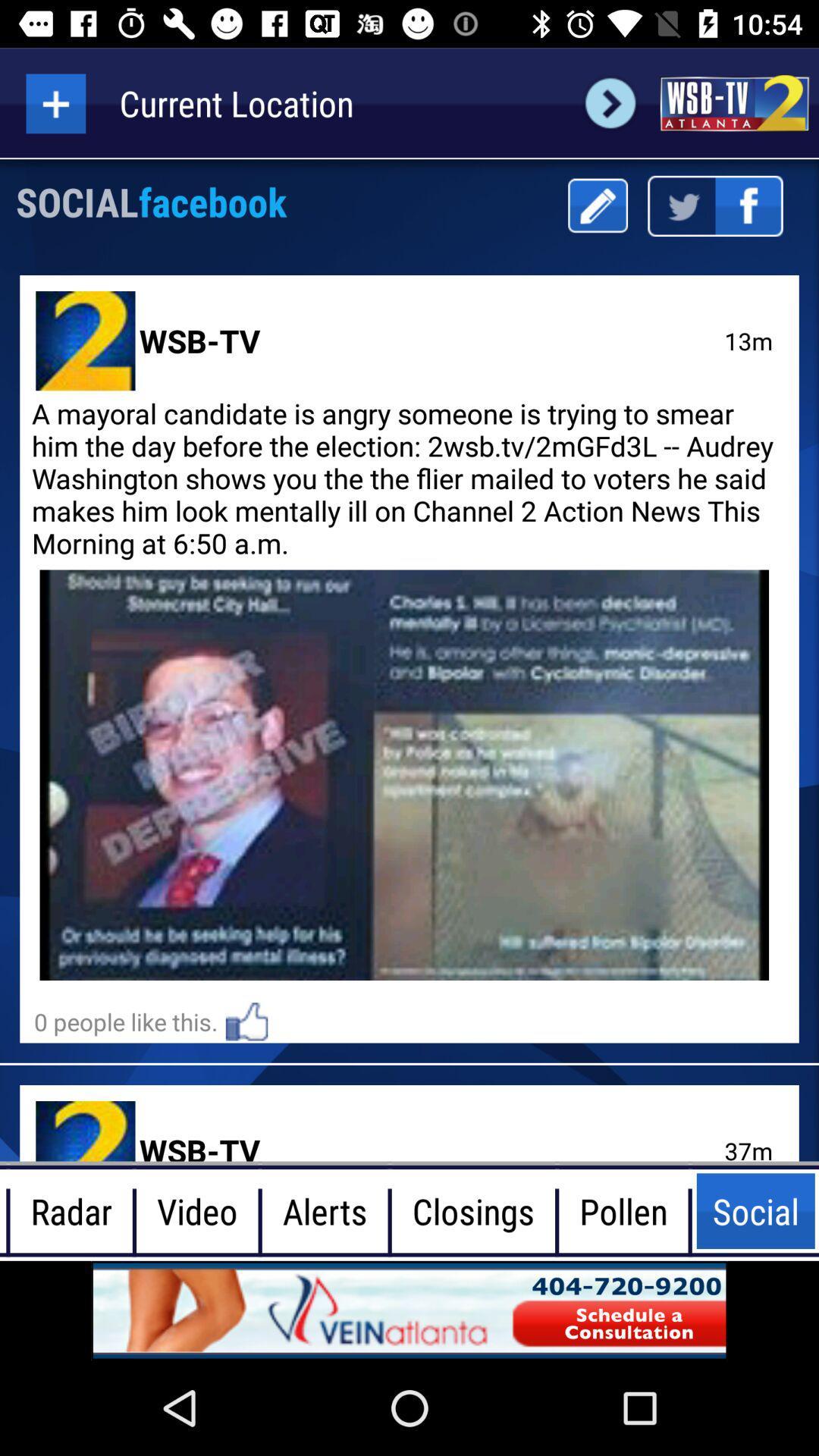 This screenshot has height=1456, width=819. What do you see at coordinates (55, 102) in the screenshot?
I see `plus current location` at bounding box center [55, 102].